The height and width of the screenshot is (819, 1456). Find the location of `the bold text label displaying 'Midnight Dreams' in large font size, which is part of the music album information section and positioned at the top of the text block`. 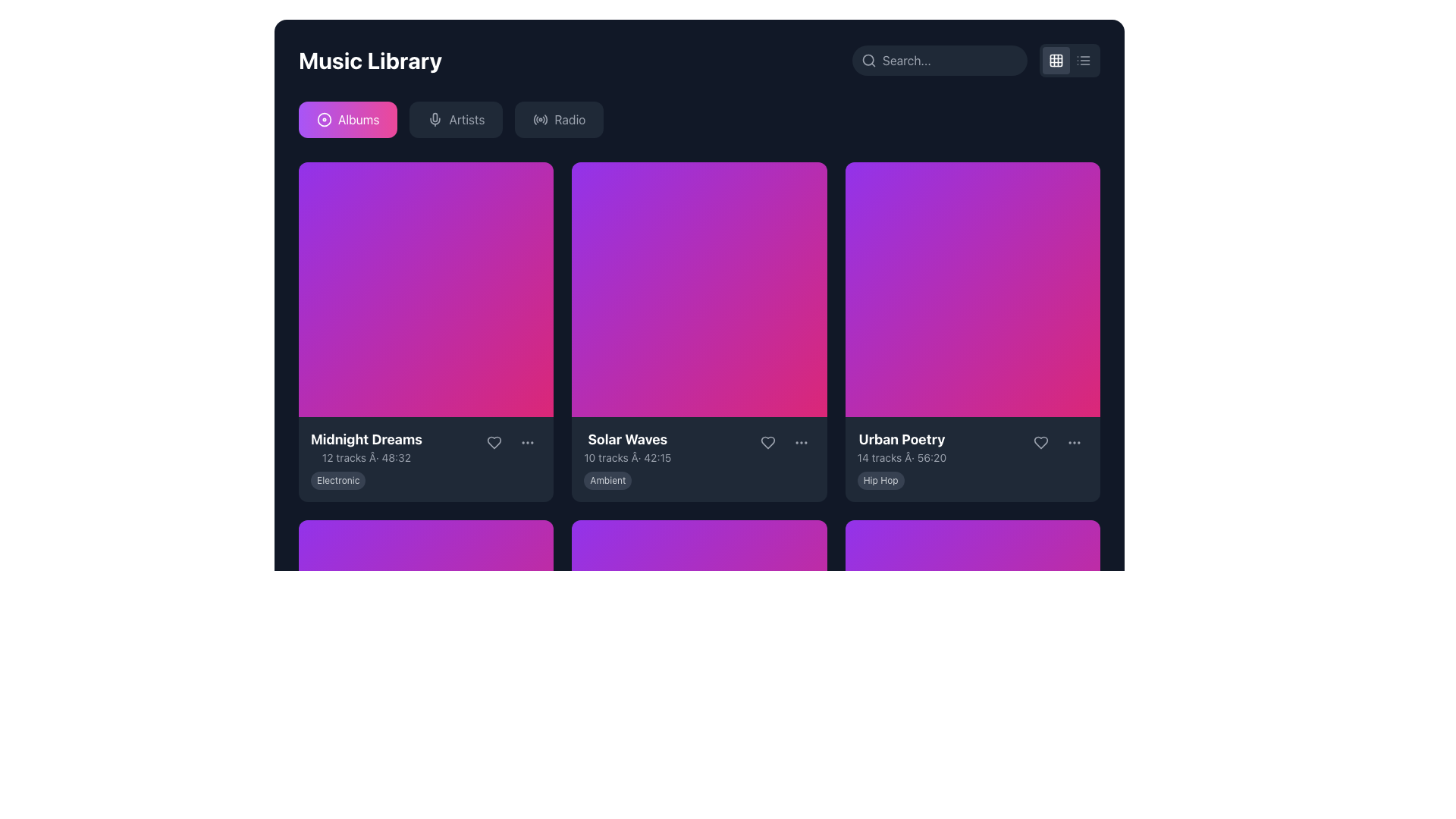

the bold text label displaying 'Midnight Dreams' in large font size, which is part of the music album information section and positioned at the top of the text block is located at coordinates (366, 440).